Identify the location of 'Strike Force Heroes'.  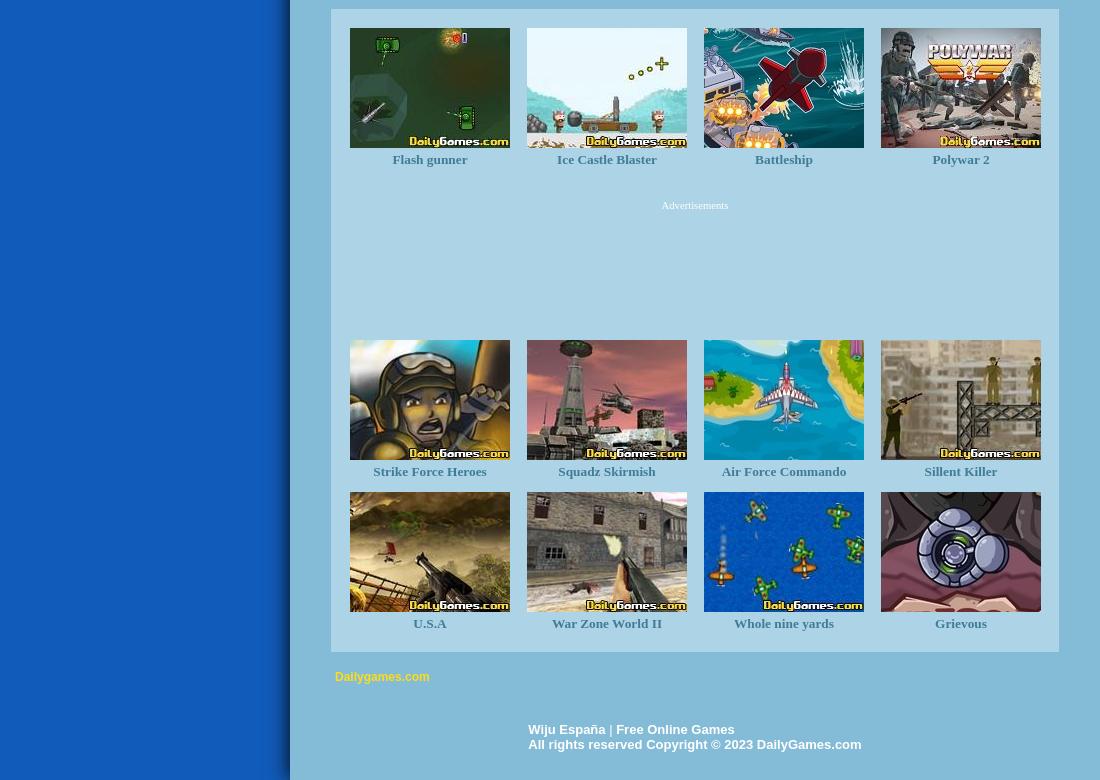
(428, 471).